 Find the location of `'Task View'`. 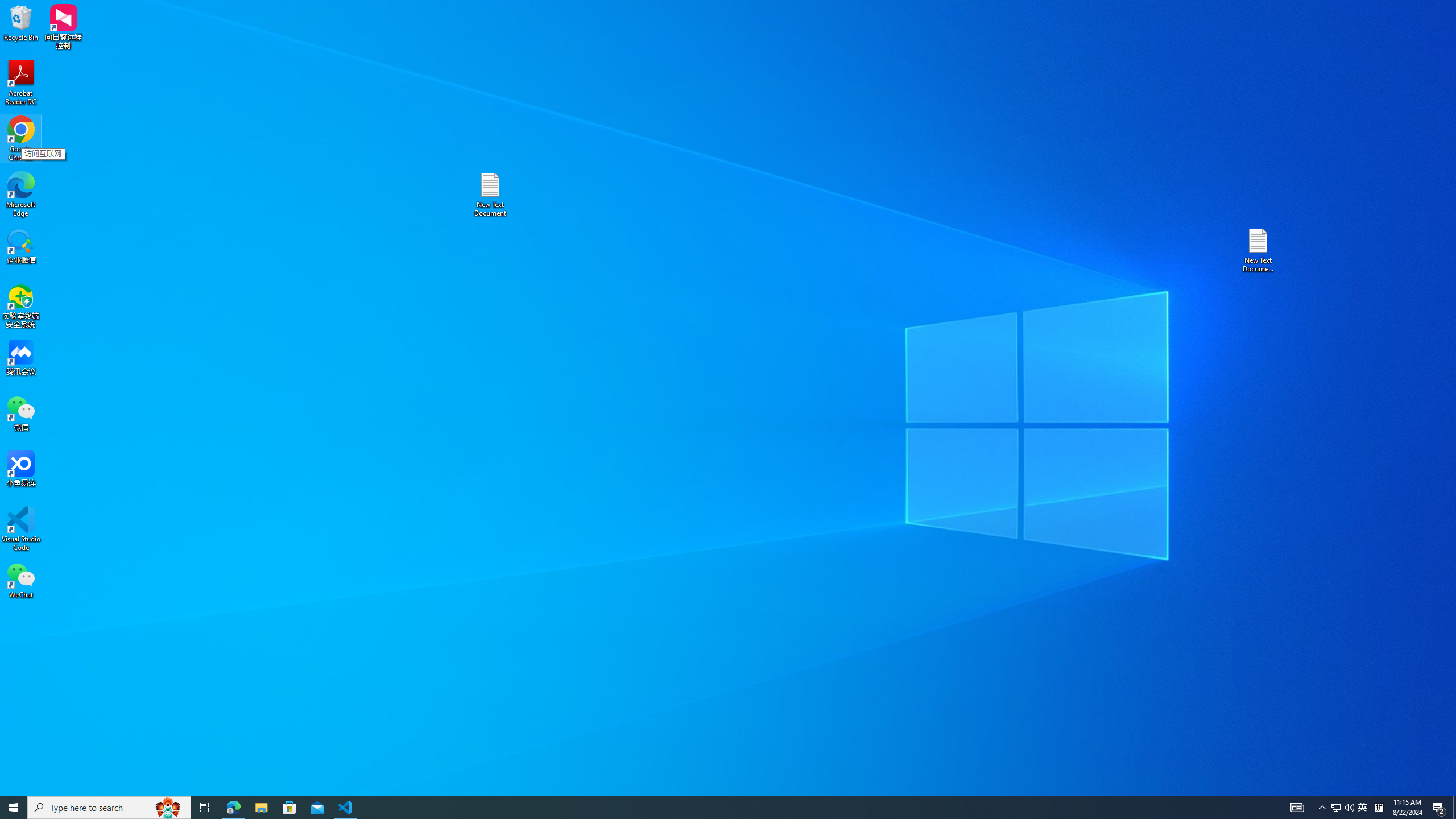

'Task View' is located at coordinates (204, 806).